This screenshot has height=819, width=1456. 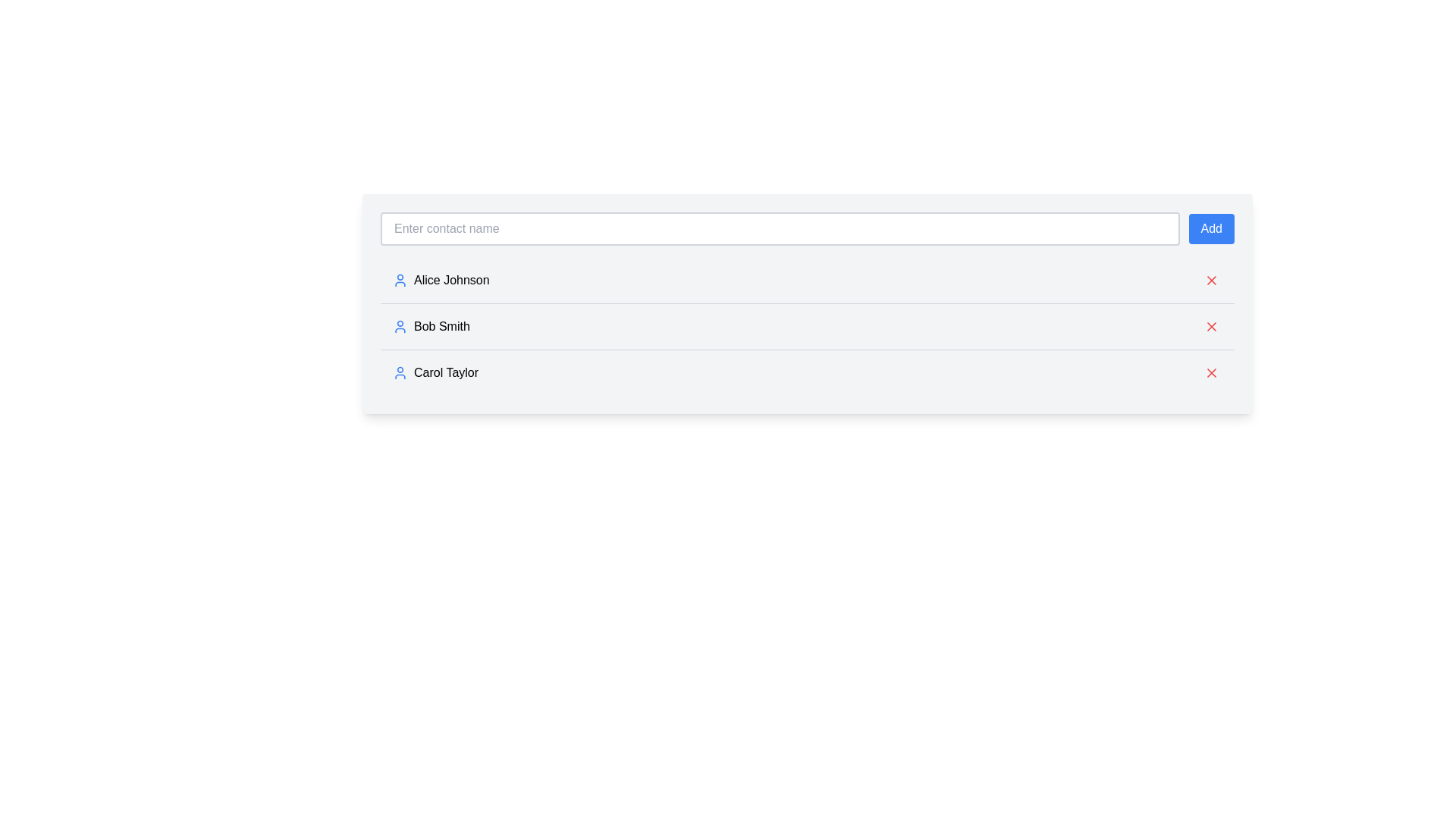 What do you see at coordinates (445, 373) in the screenshot?
I see `the text label displaying the contact name 'Carol Taylor', which is positioned as the third item in the contact list` at bounding box center [445, 373].